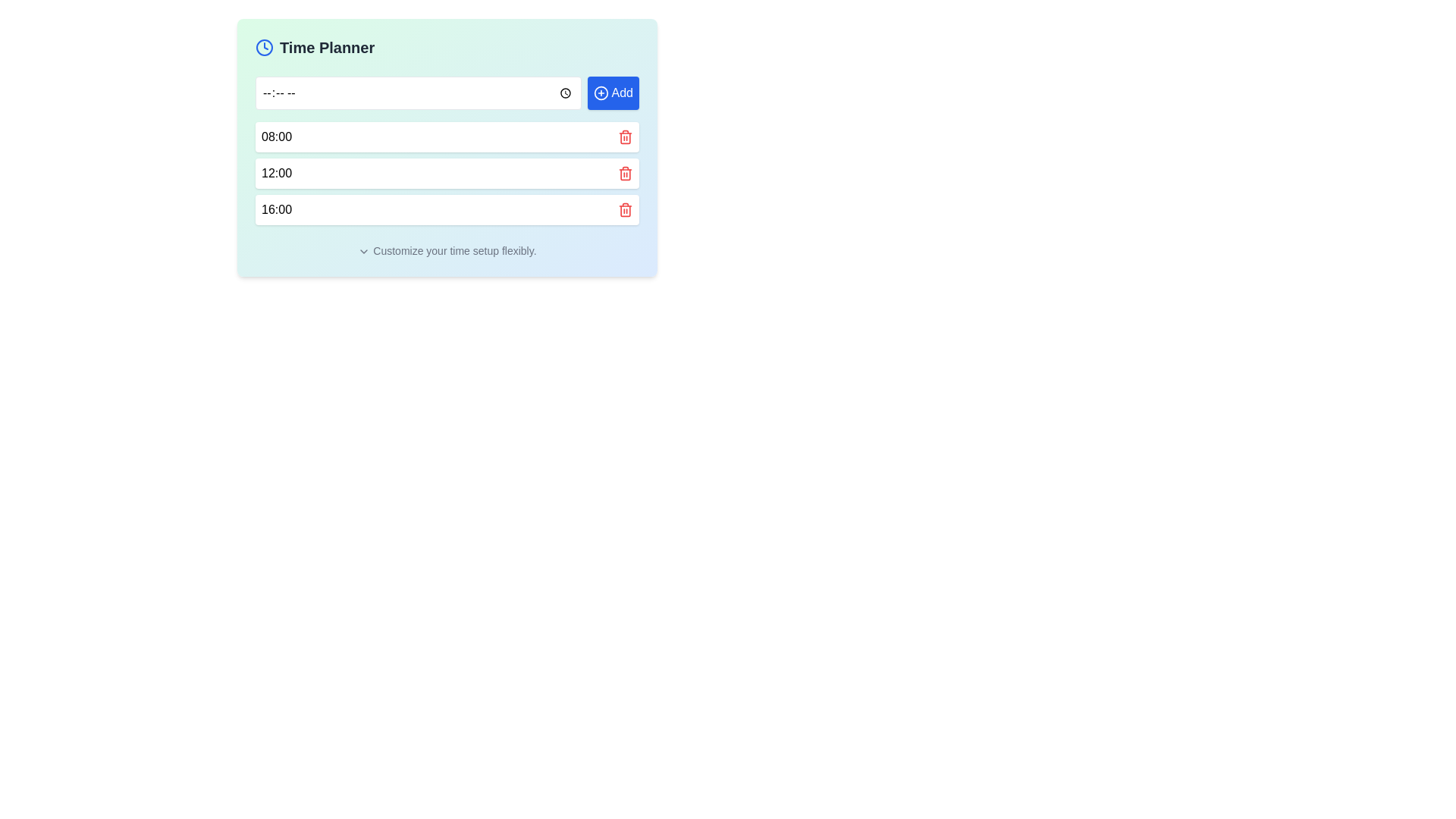  What do you see at coordinates (418, 93) in the screenshot?
I see `the time input field with placeholder '--:-- --' to focus and input a time` at bounding box center [418, 93].